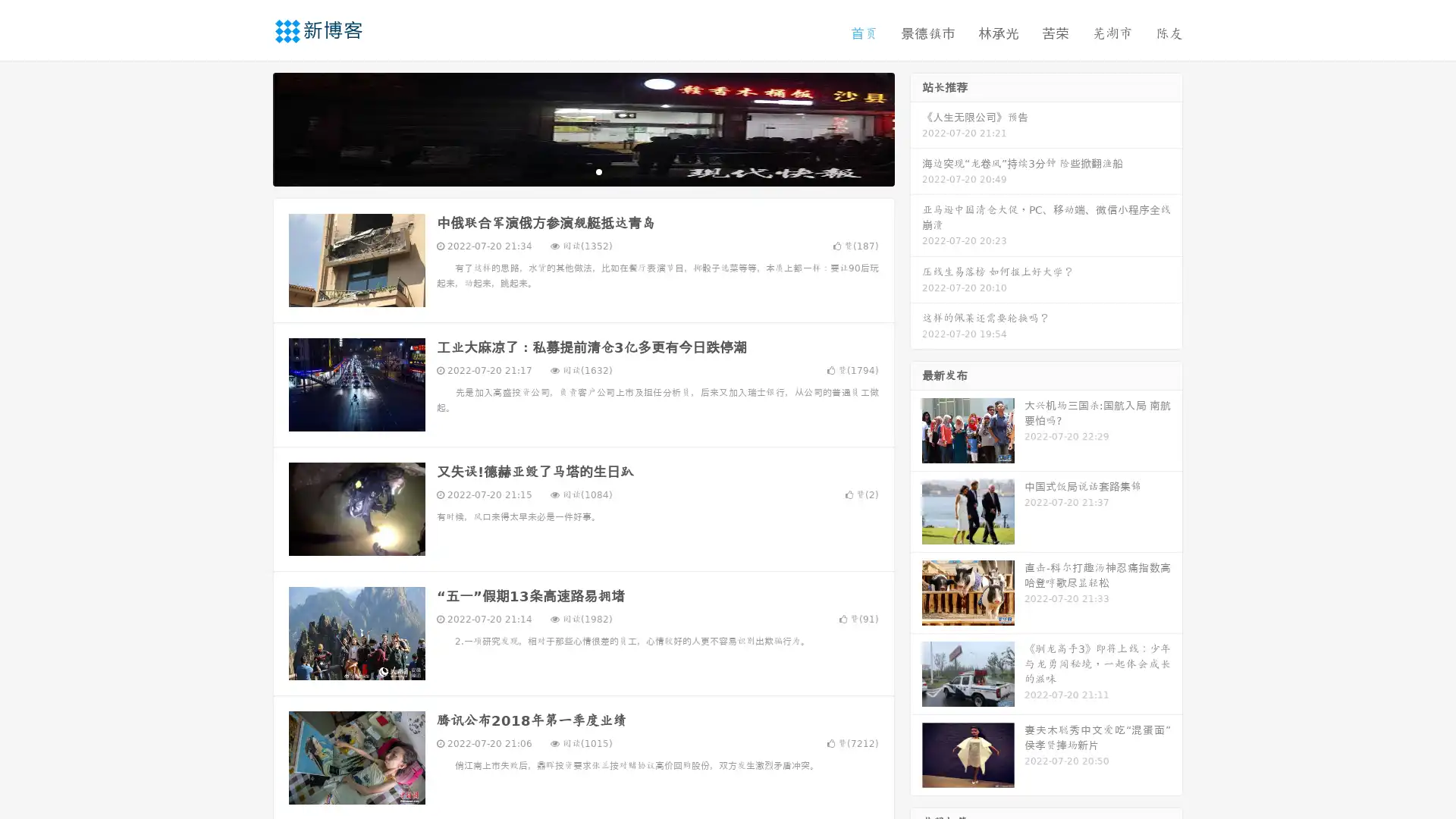 This screenshot has height=819, width=1456. What do you see at coordinates (598, 171) in the screenshot?
I see `Go to slide 3` at bounding box center [598, 171].